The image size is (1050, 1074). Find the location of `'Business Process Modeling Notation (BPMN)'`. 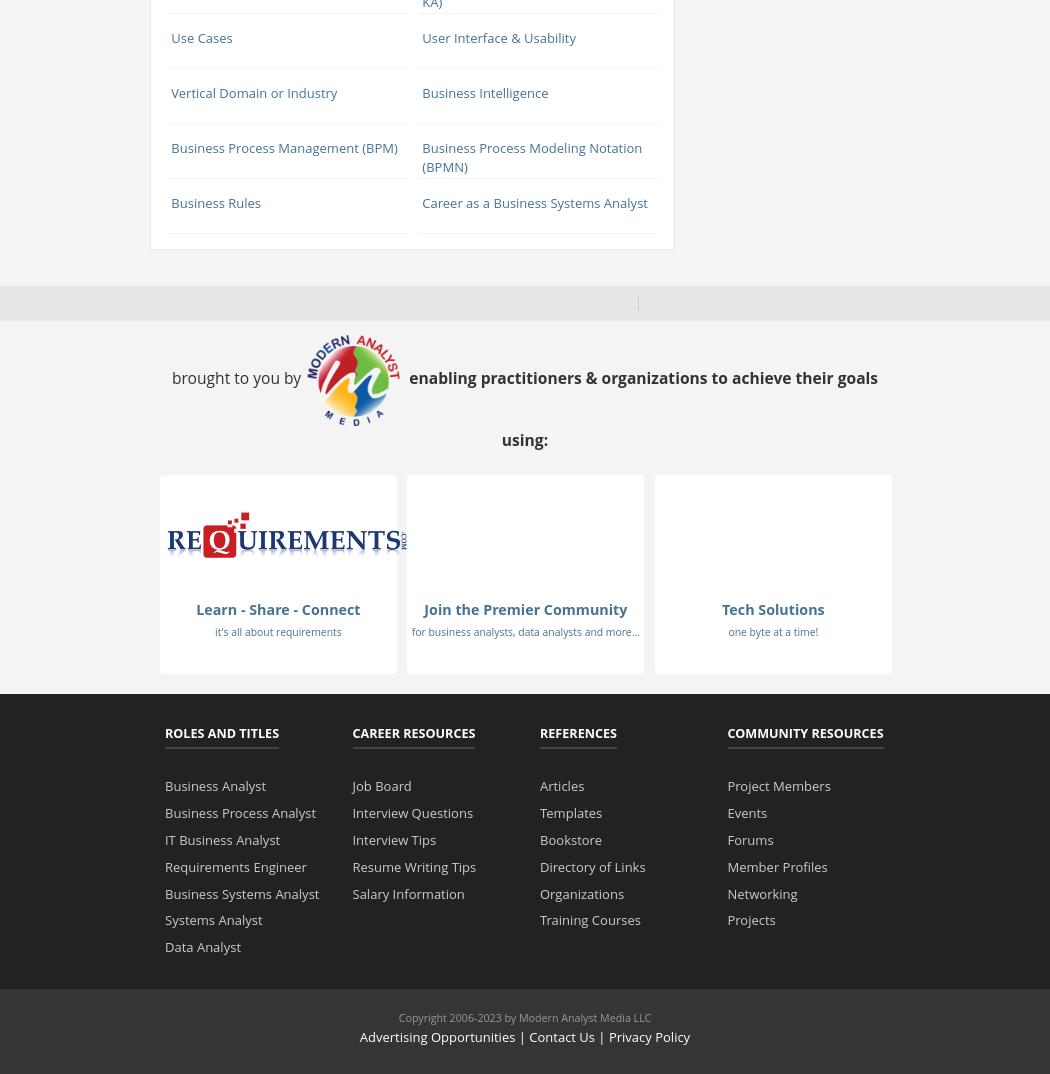

'Business Process Modeling Notation (BPMN)' is located at coordinates (532, 155).